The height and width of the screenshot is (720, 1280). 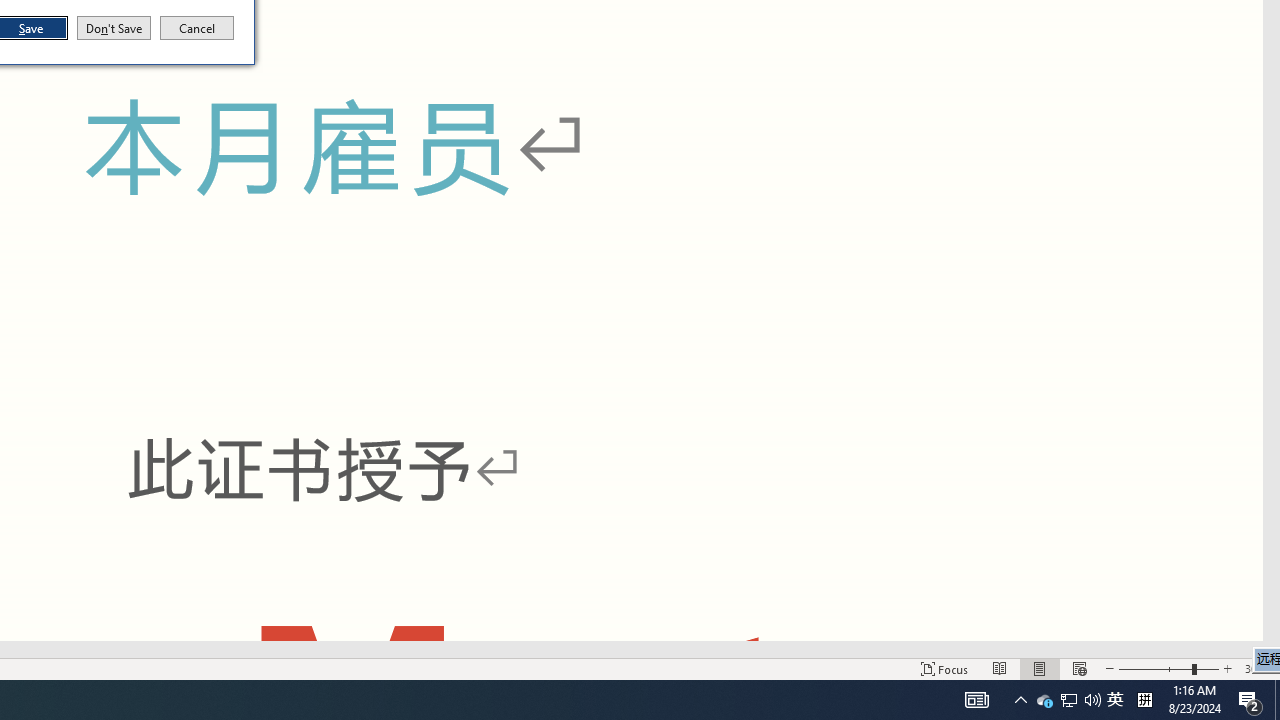 What do you see at coordinates (1257, 669) in the screenshot?
I see `'Zoom 308%'` at bounding box center [1257, 669].